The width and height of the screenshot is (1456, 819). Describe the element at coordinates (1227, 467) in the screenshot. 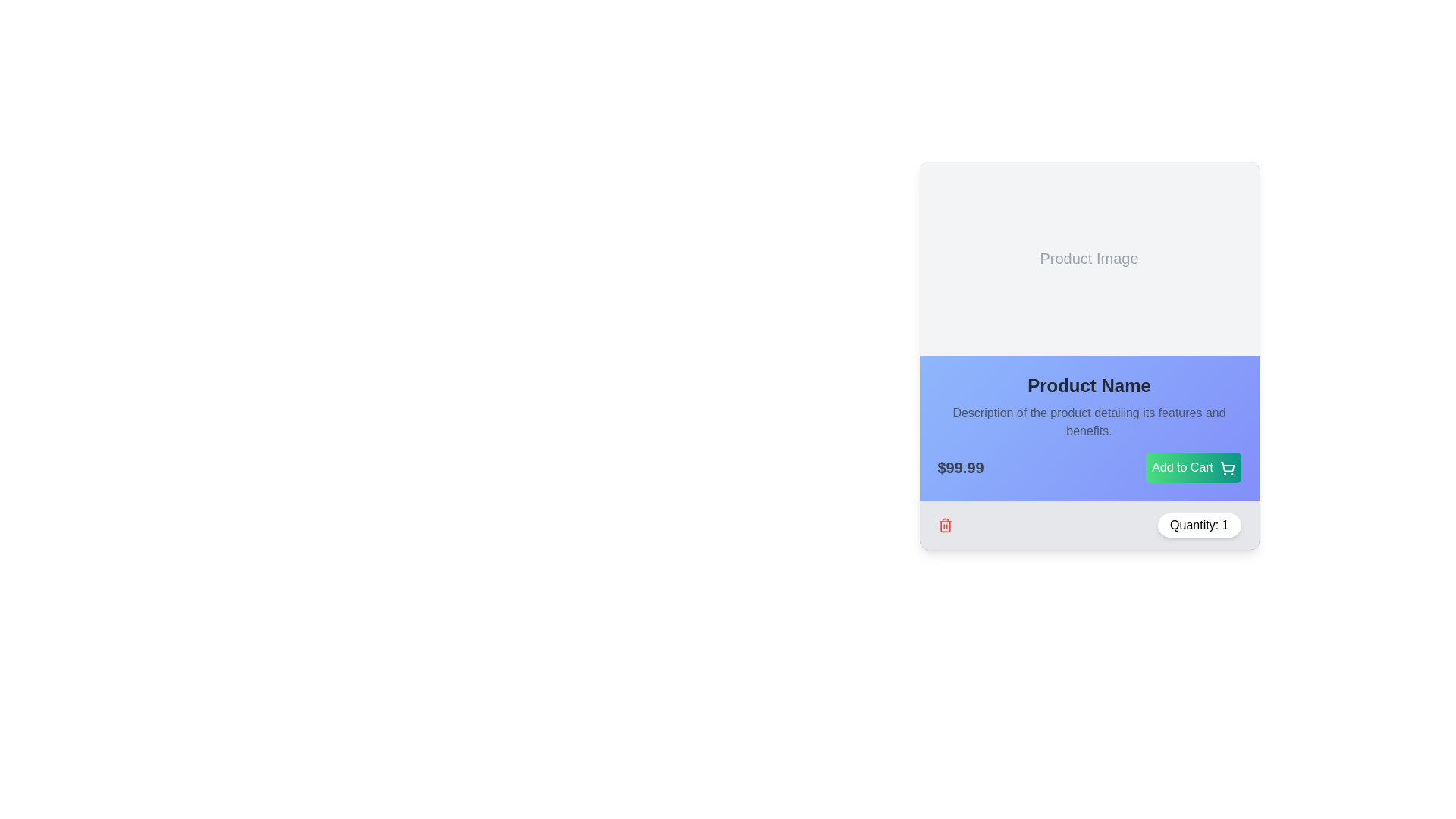

I see `the shopping cart icon located at the far right of the green 'Add to Cart' button to initiate the add-to-cart action for the product` at that location.